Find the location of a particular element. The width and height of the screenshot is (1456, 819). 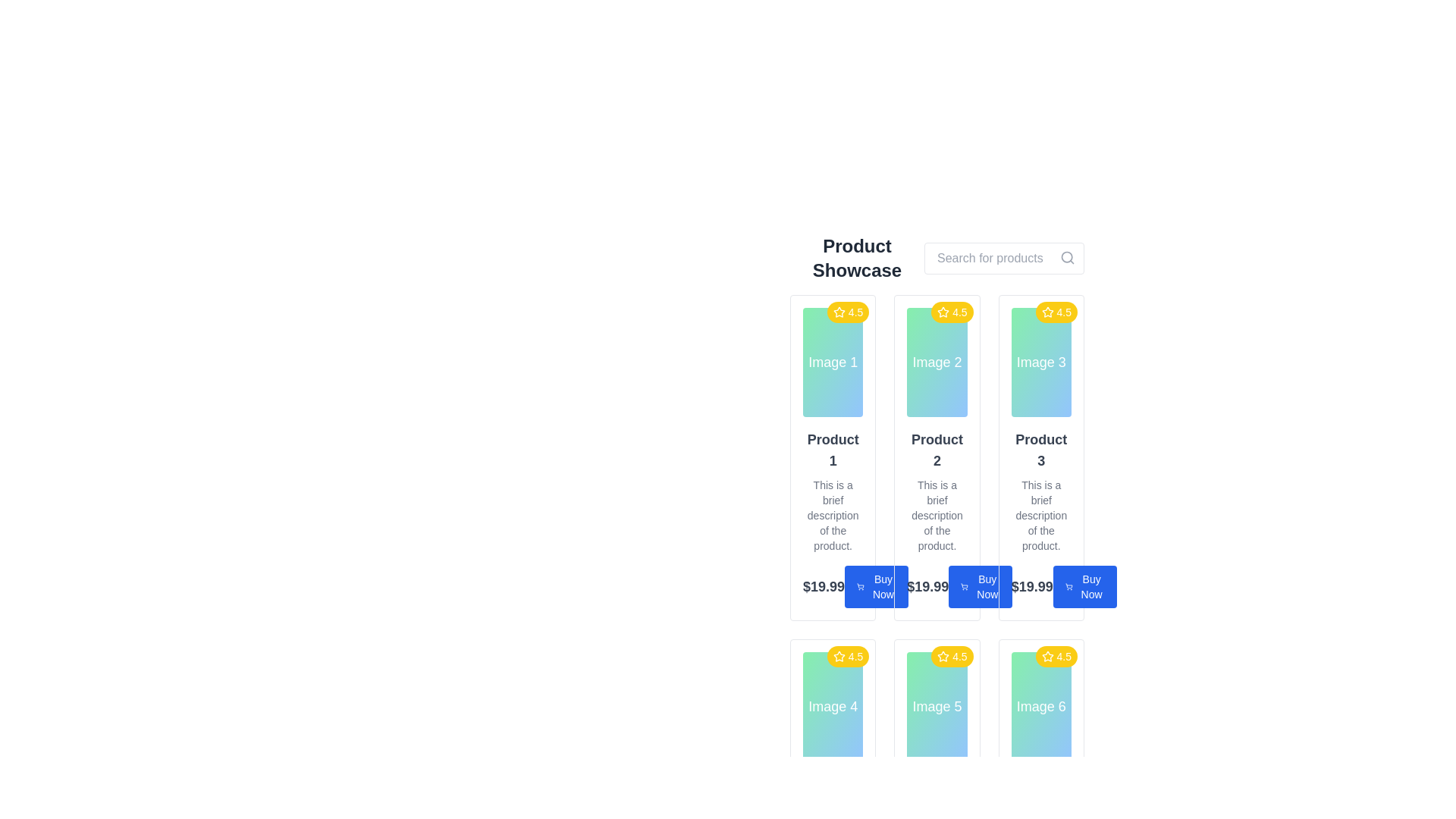

the static text label displaying 'Image 2' in white font color, located centrally within the second product card of the showcase grid layout is located at coordinates (936, 362).